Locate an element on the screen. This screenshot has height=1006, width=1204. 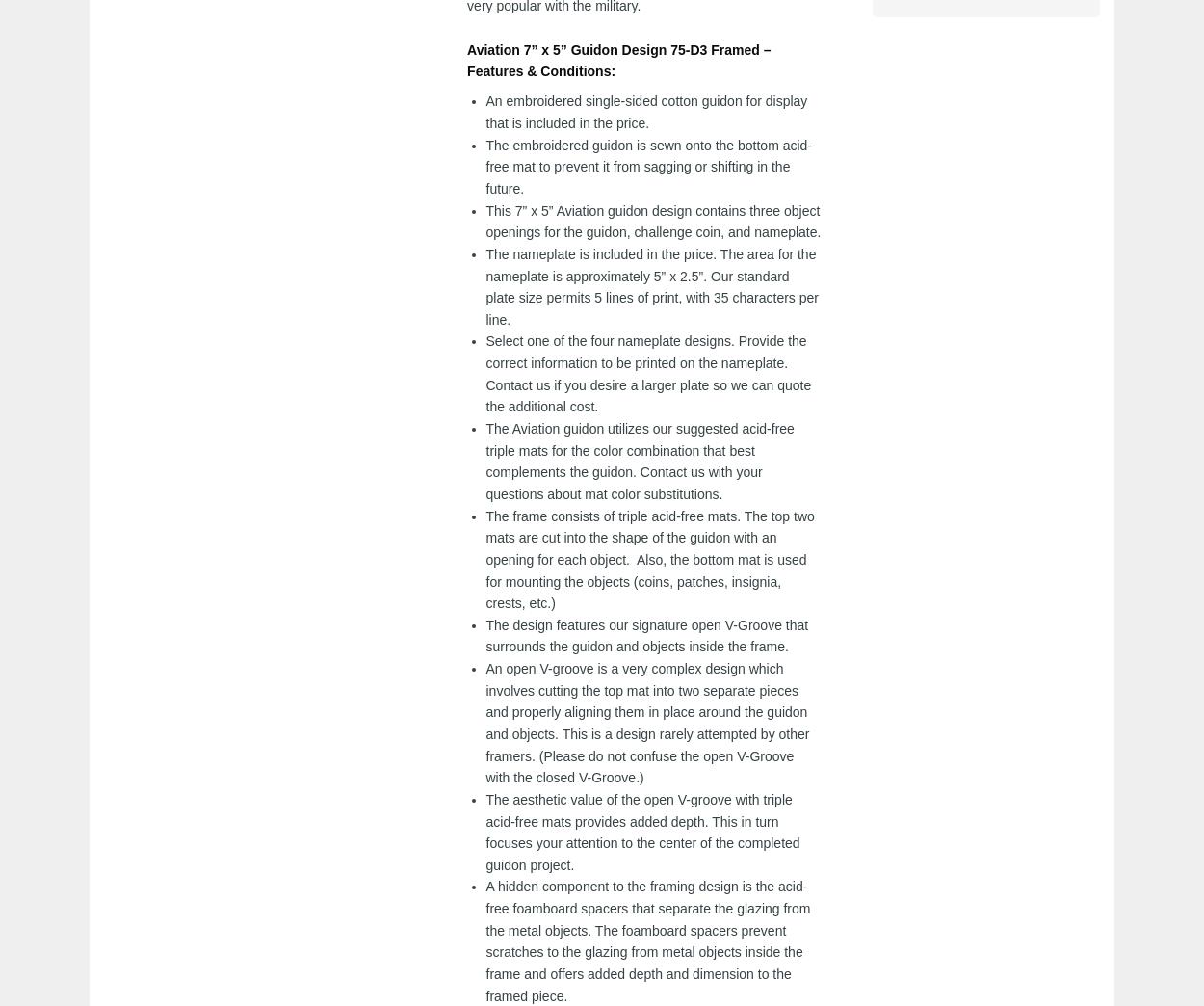
'An open V-groove is a very complex design which involves cutting the top mat into two separate pieces and properly aligning them in place around the guidon and objects. This is a design rarely attempted by other framers. (Please do not confuse the open V-Groove with the closed V-Groove.)' is located at coordinates (647, 723).